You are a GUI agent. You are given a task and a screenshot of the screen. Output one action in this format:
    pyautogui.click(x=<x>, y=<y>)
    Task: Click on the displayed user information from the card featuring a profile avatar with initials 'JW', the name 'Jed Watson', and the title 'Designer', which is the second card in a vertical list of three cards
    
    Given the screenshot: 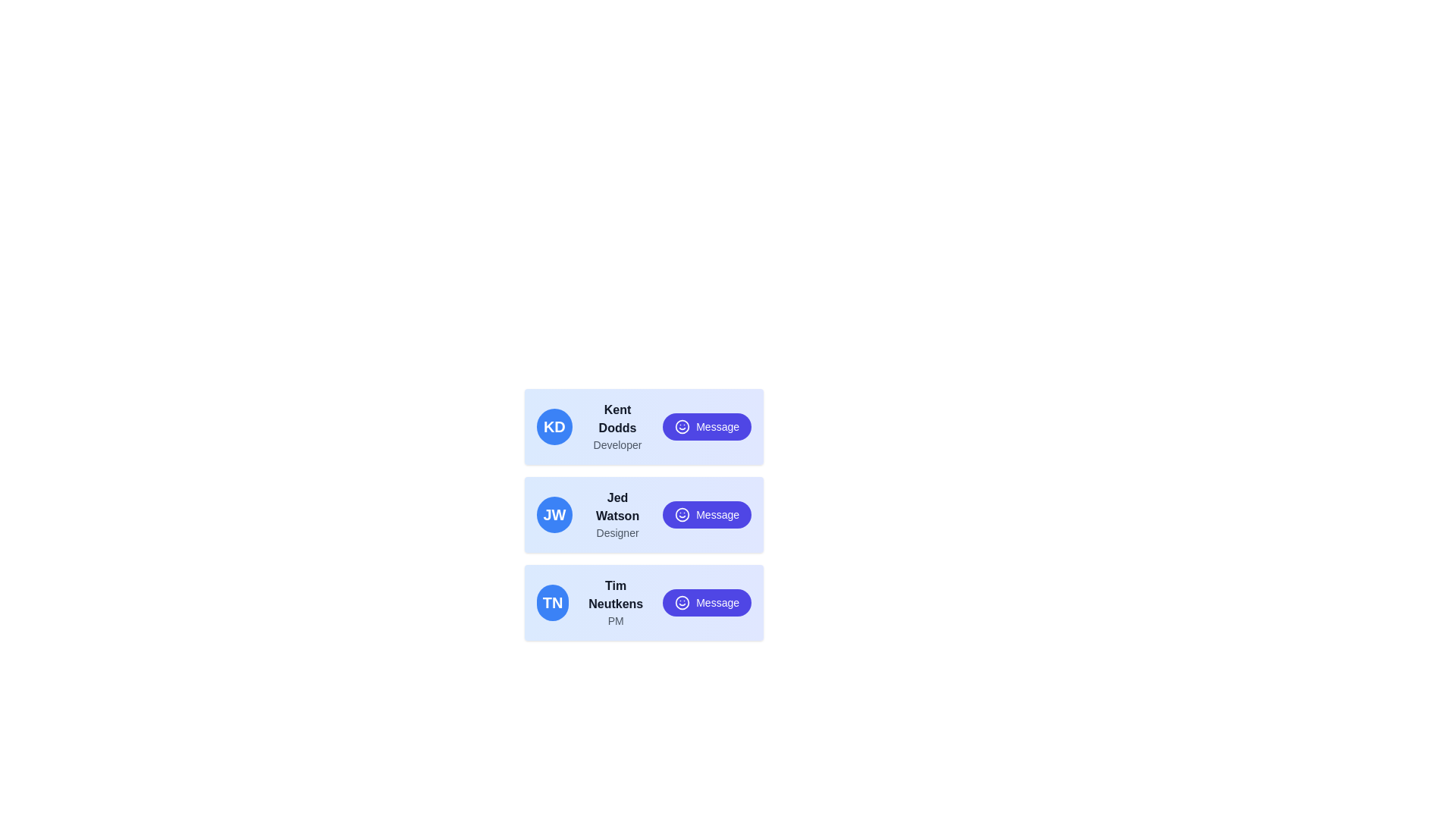 What is the action you would take?
    pyautogui.click(x=644, y=513)
    